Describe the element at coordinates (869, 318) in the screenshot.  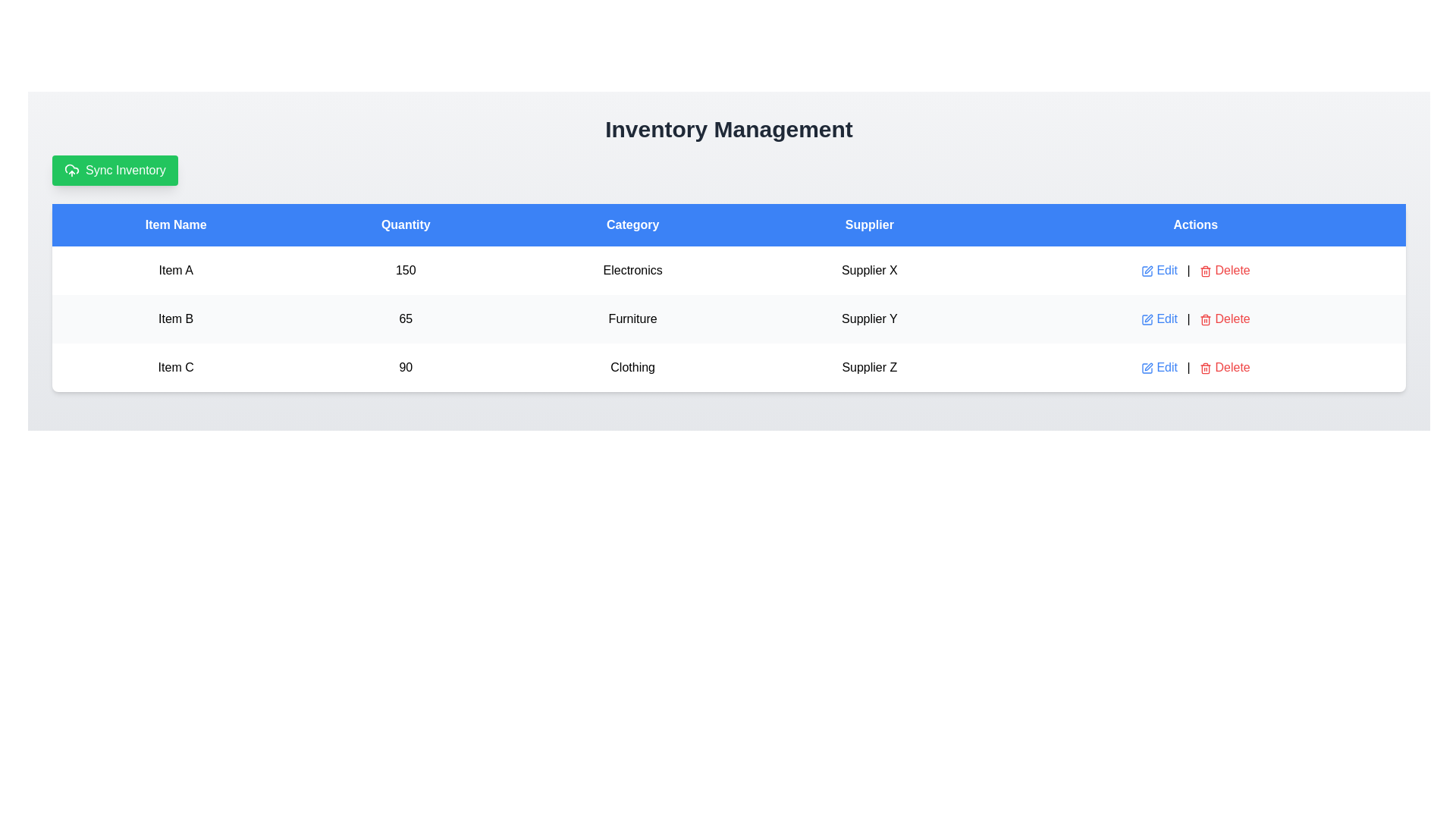
I see `the text label displaying the supplier name for the 'Furniture' category in the second row of the table` at that location.